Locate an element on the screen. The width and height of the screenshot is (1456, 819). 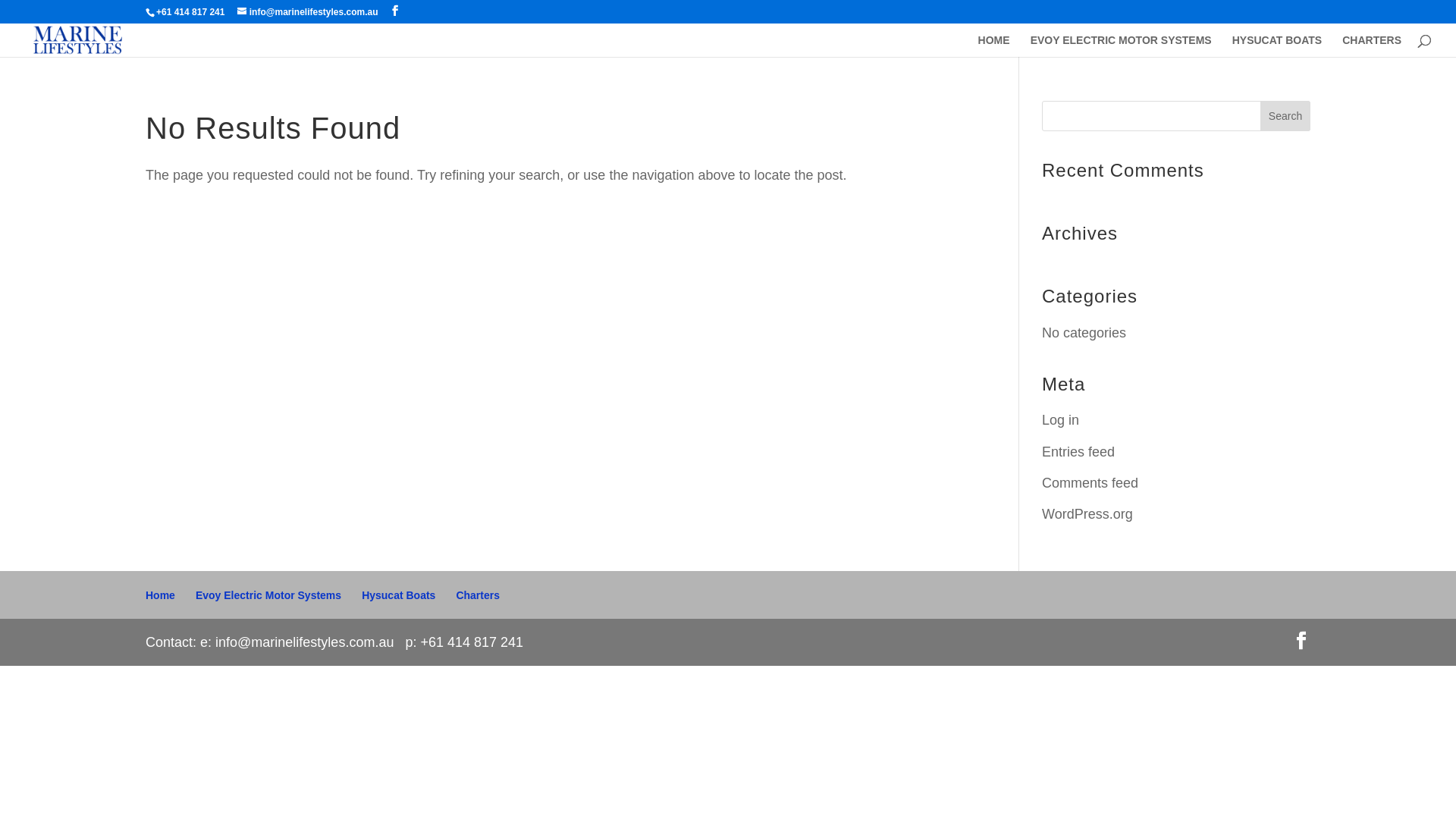
'HOME' is located at coordinates (993, 45).